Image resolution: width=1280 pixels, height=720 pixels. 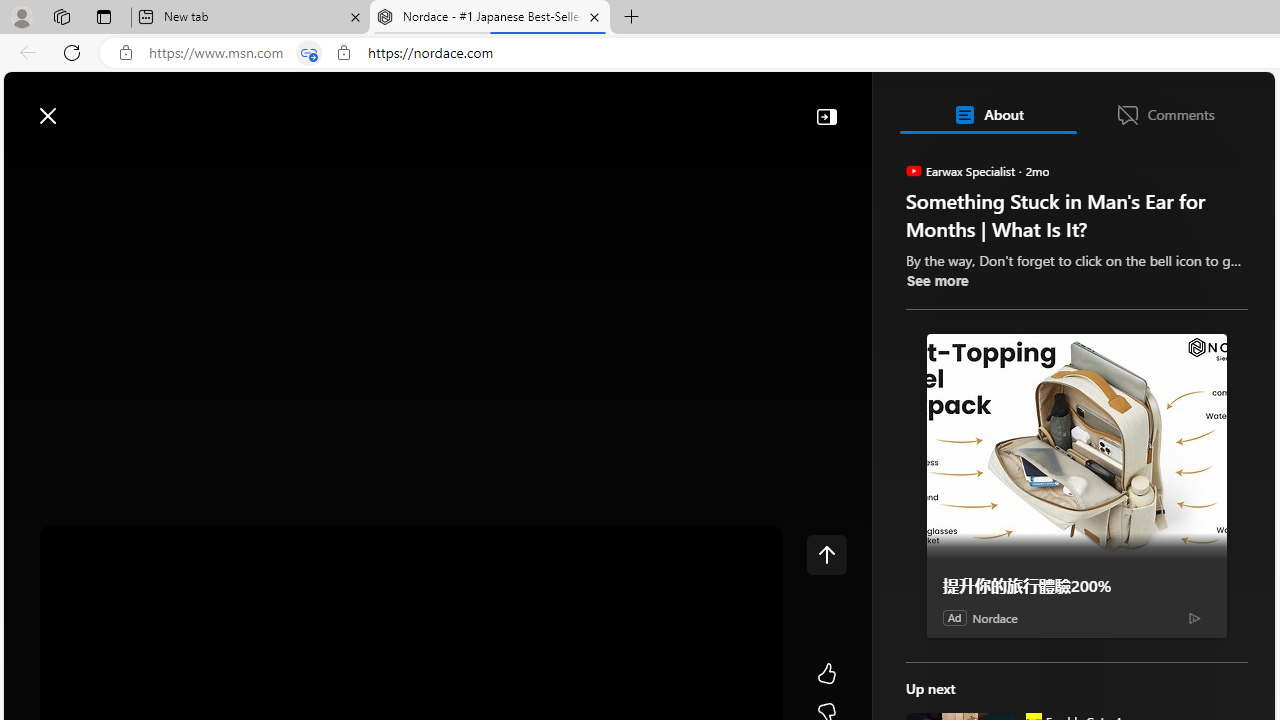 I want to click on 'About', so click(x=987, y=114).